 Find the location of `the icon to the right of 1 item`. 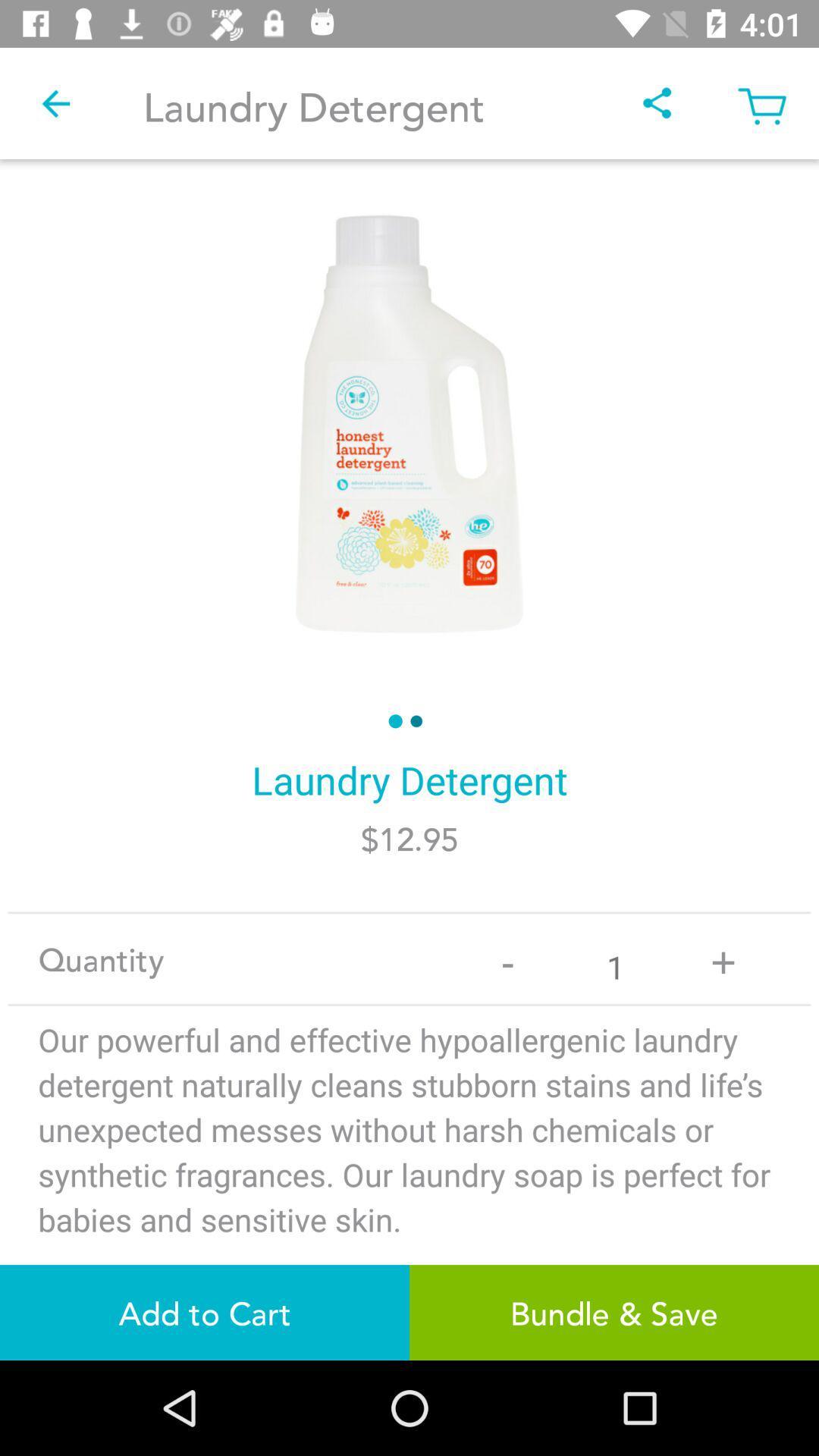

the icon to the right of 1 item is located at coordinates (722, 958).